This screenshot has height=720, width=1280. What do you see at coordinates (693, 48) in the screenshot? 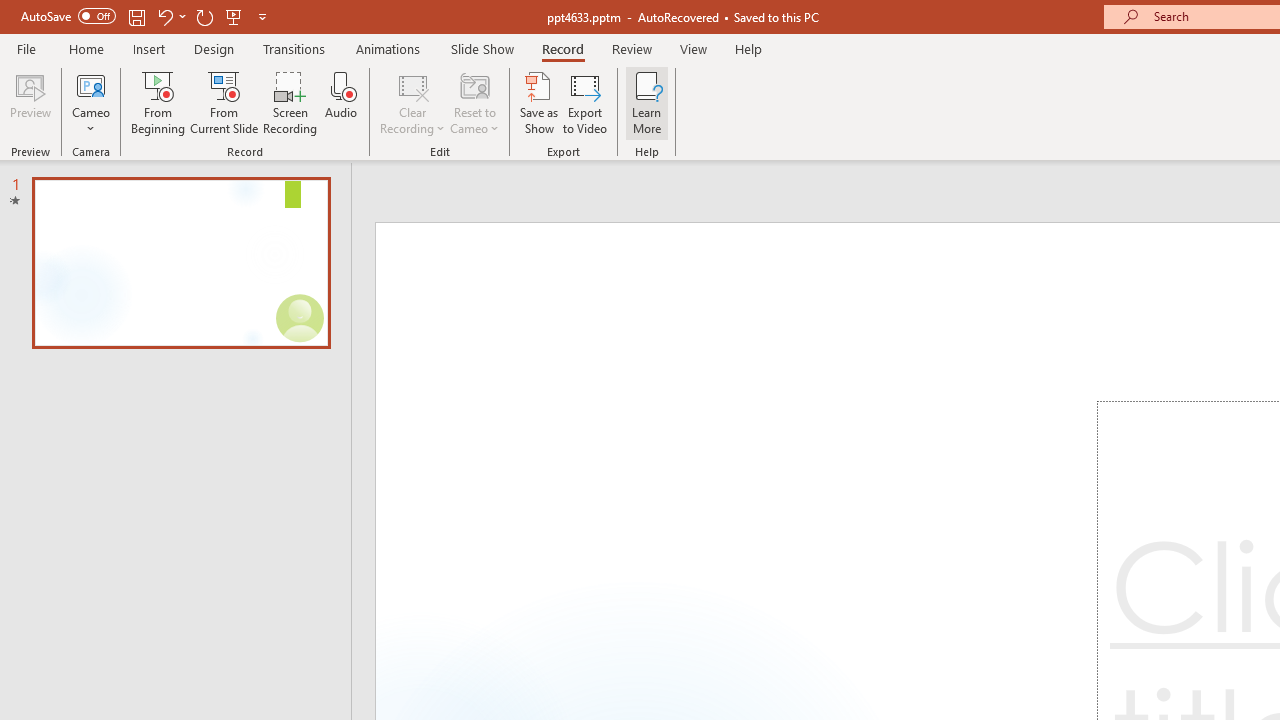
I see `'View'` at bounding box center [693, 48].